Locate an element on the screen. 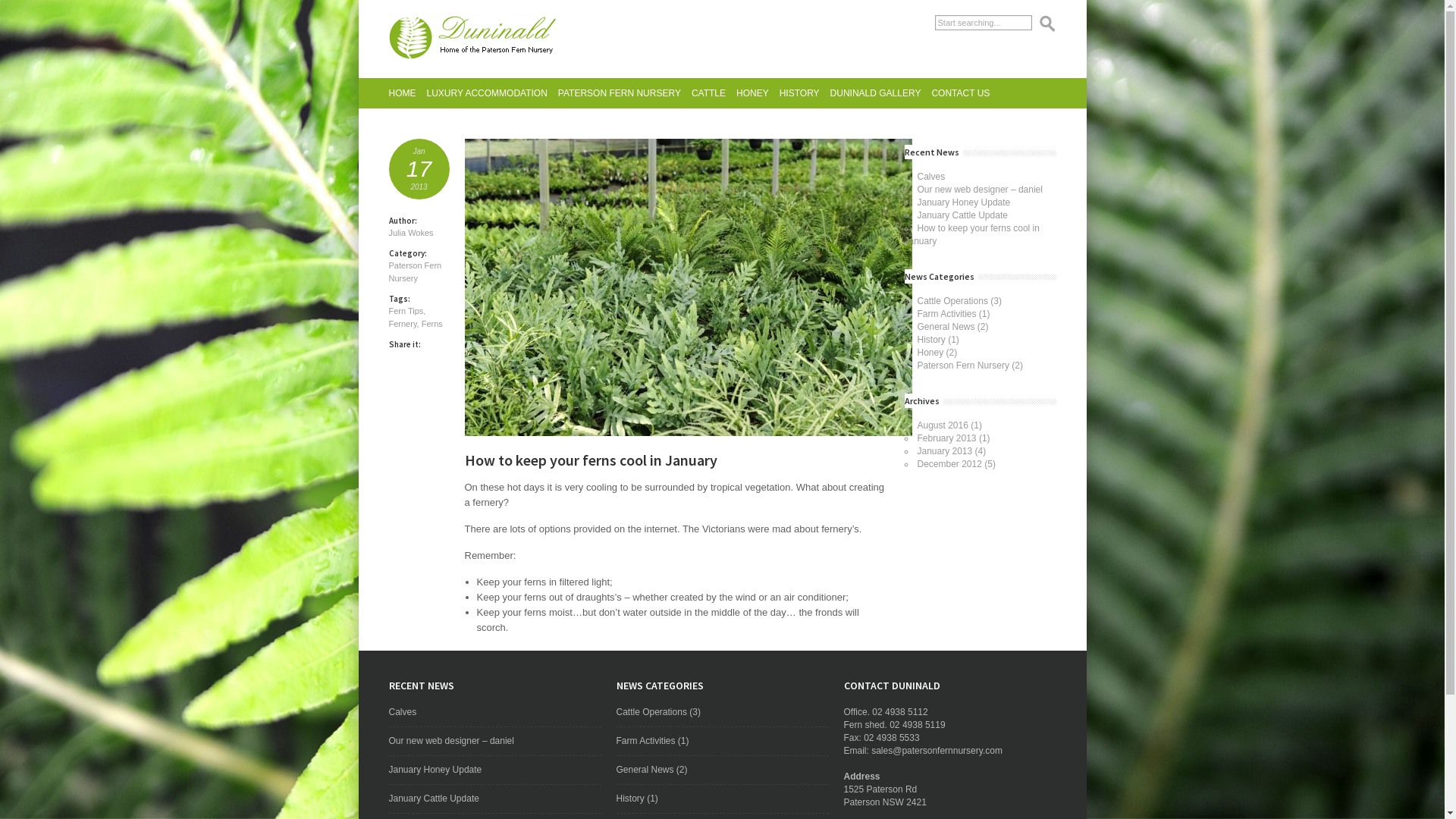 The width and height of the screenshot is (1456, 819). 'sales@patersonfernnursery.com' is located at coordinates (871, 751).